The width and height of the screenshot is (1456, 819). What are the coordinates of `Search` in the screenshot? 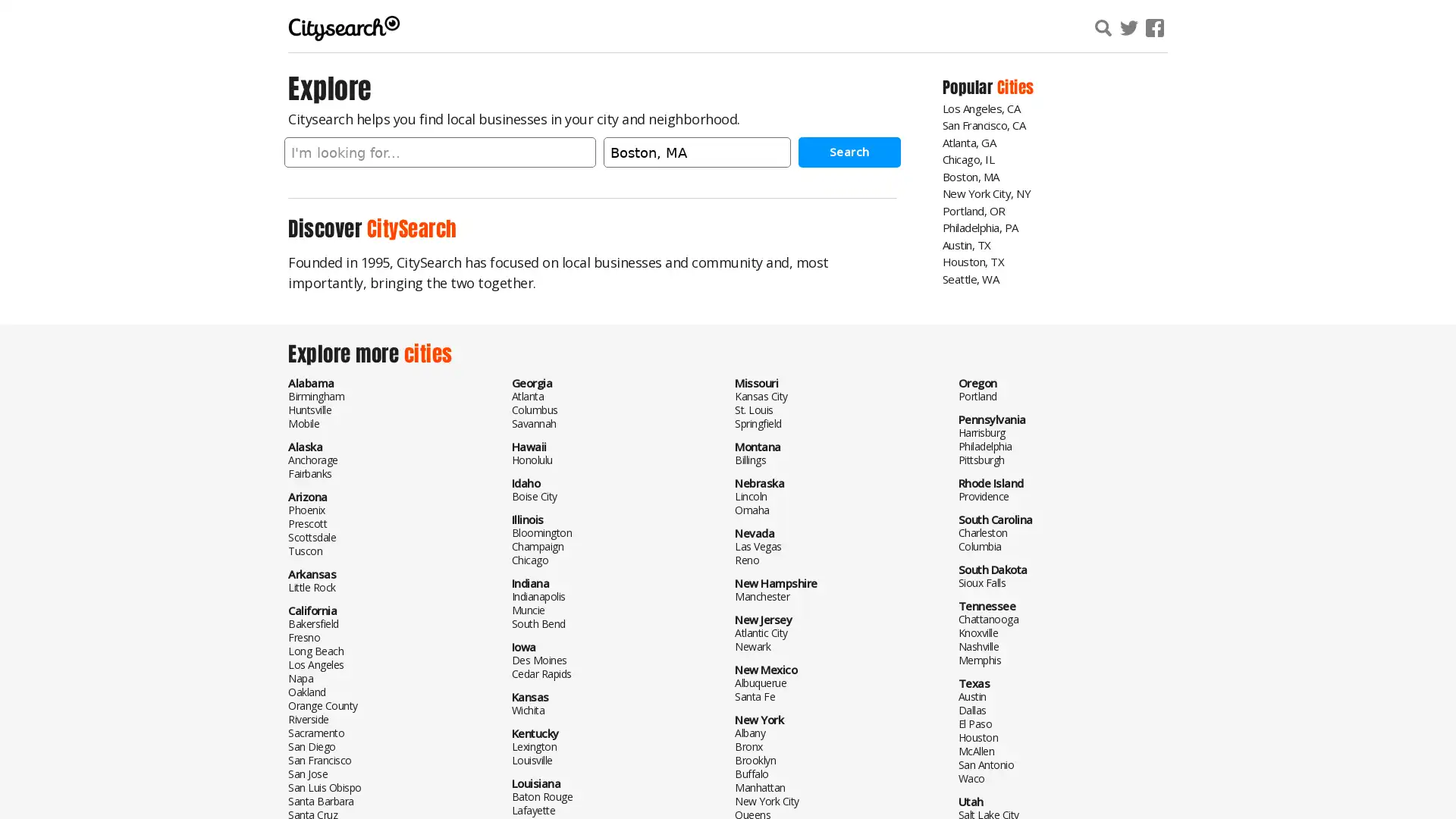 It's located at (1284, 30).